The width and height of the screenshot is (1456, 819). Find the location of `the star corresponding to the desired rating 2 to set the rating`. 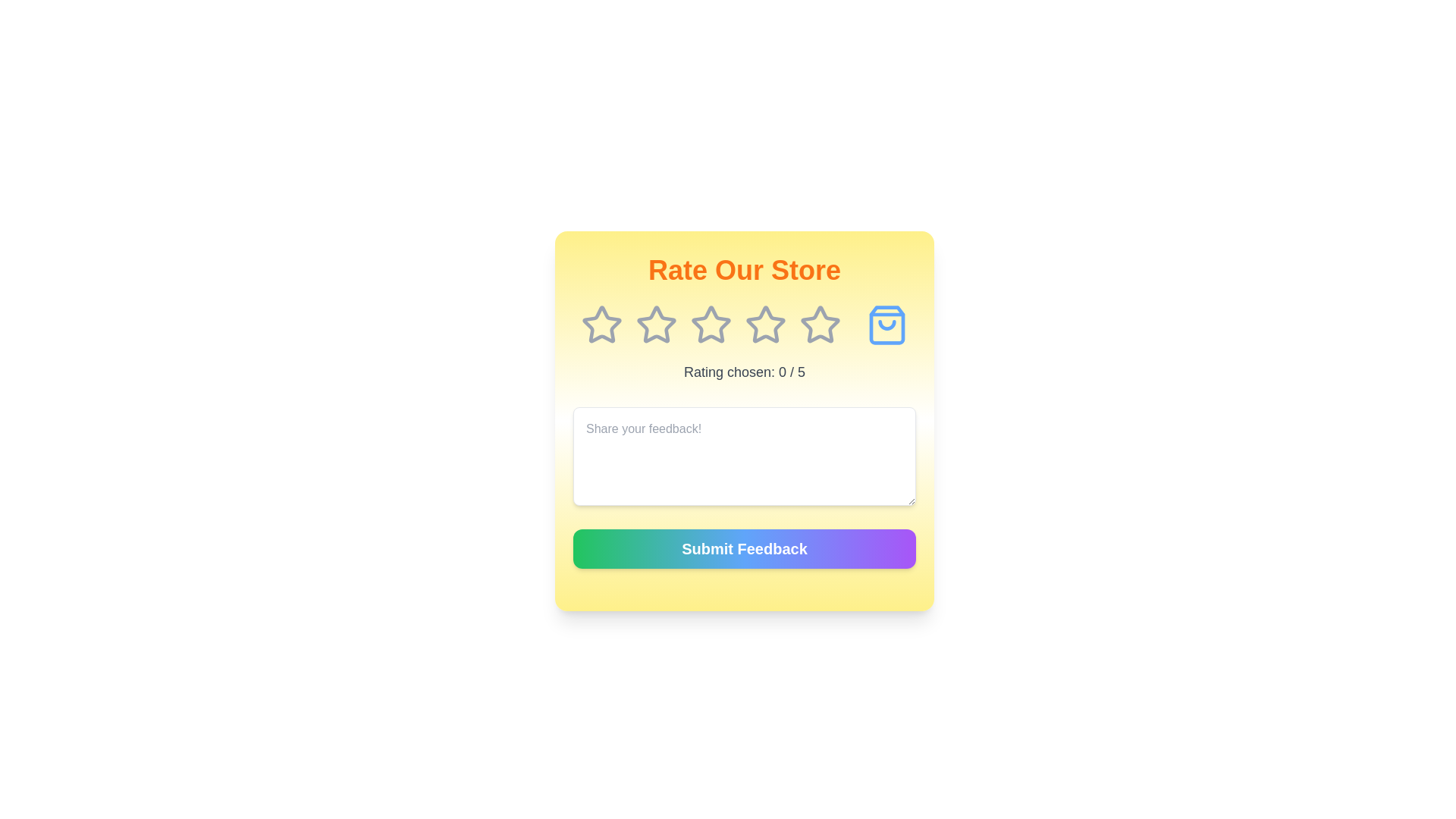

the star corresponding to the desired rating 2 to set the rating is located at coordinates (656, 324).